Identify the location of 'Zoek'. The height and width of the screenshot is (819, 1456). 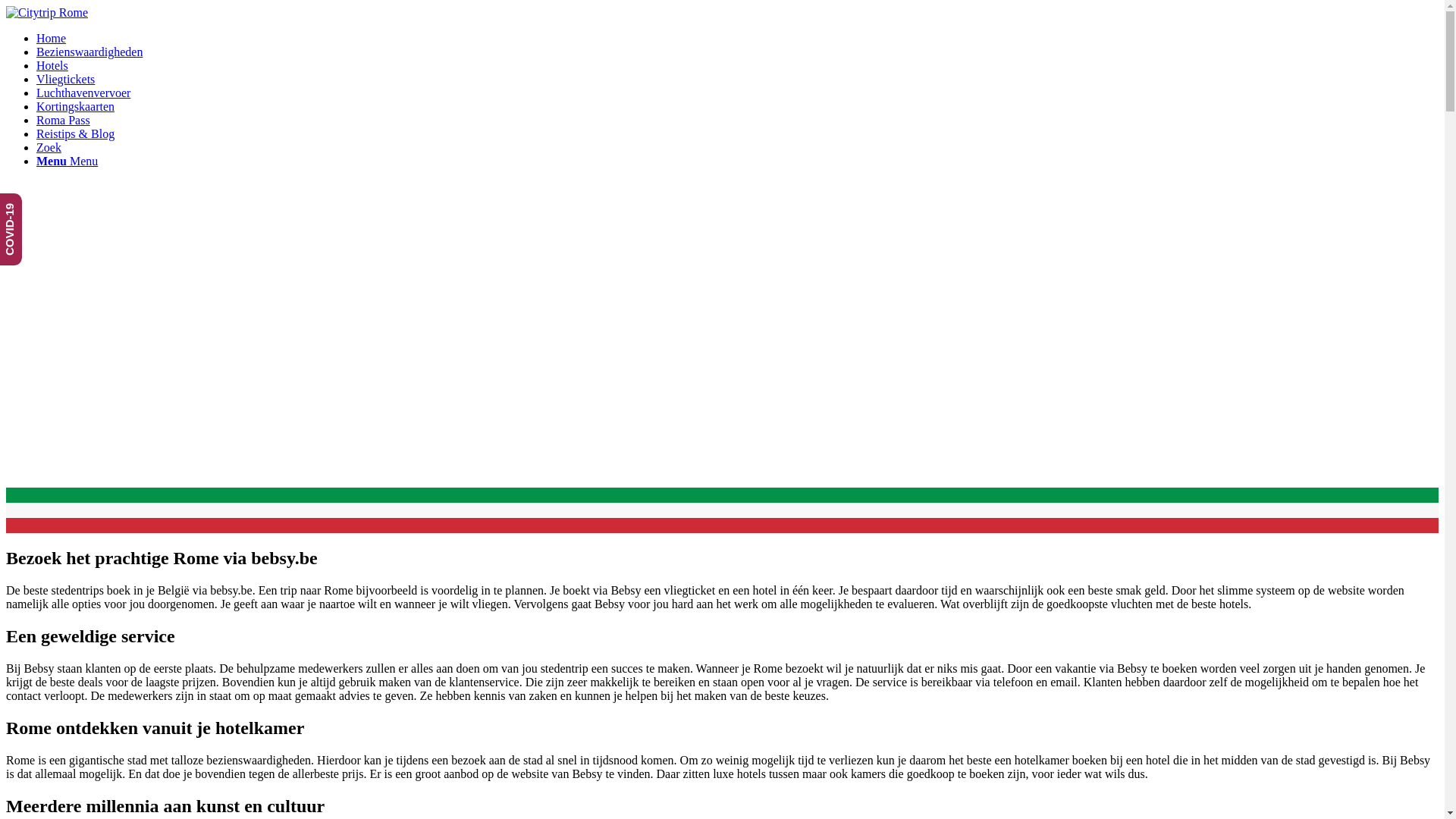
(49, 147).